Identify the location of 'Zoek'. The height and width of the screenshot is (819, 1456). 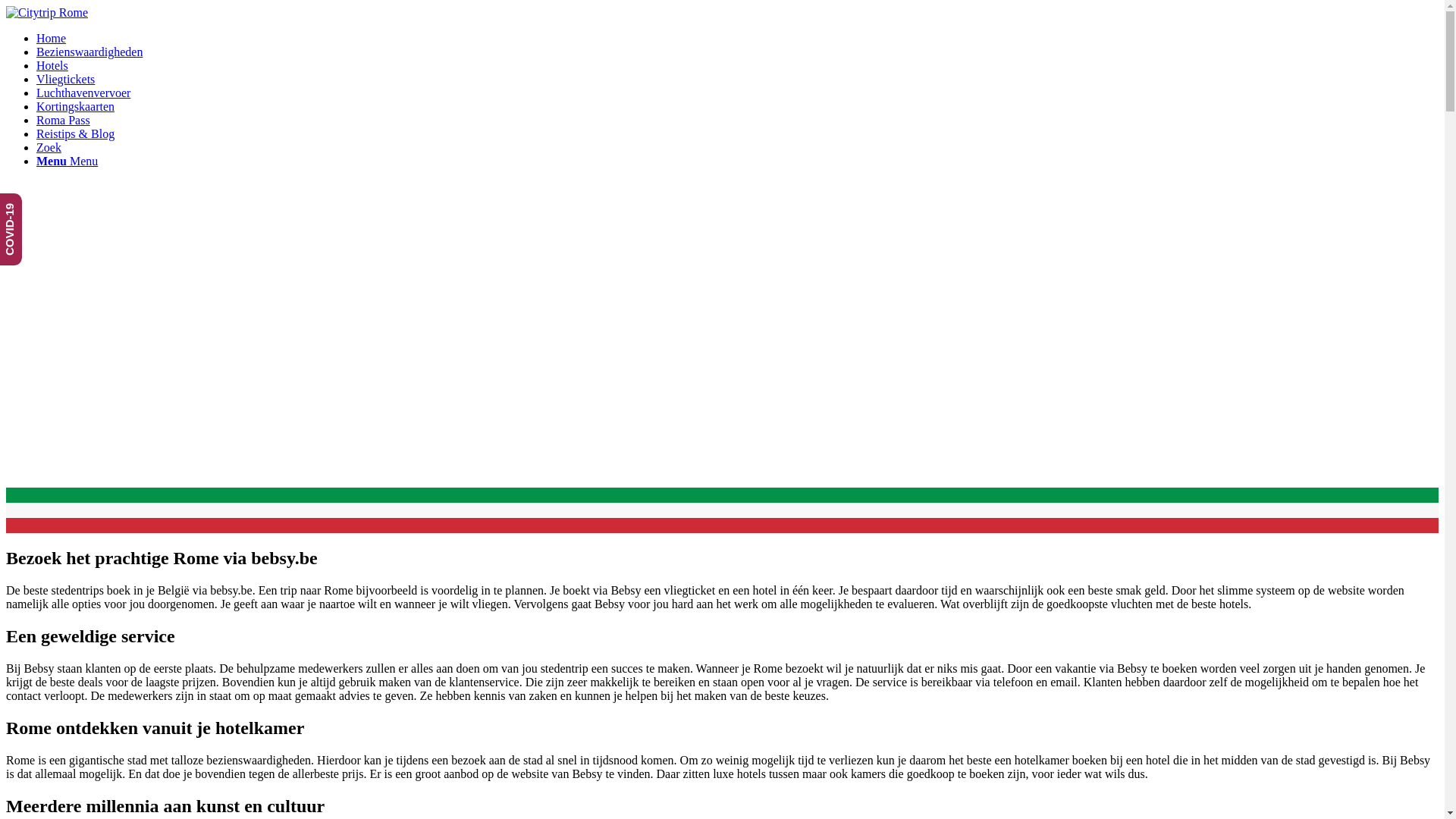
(49, 147).